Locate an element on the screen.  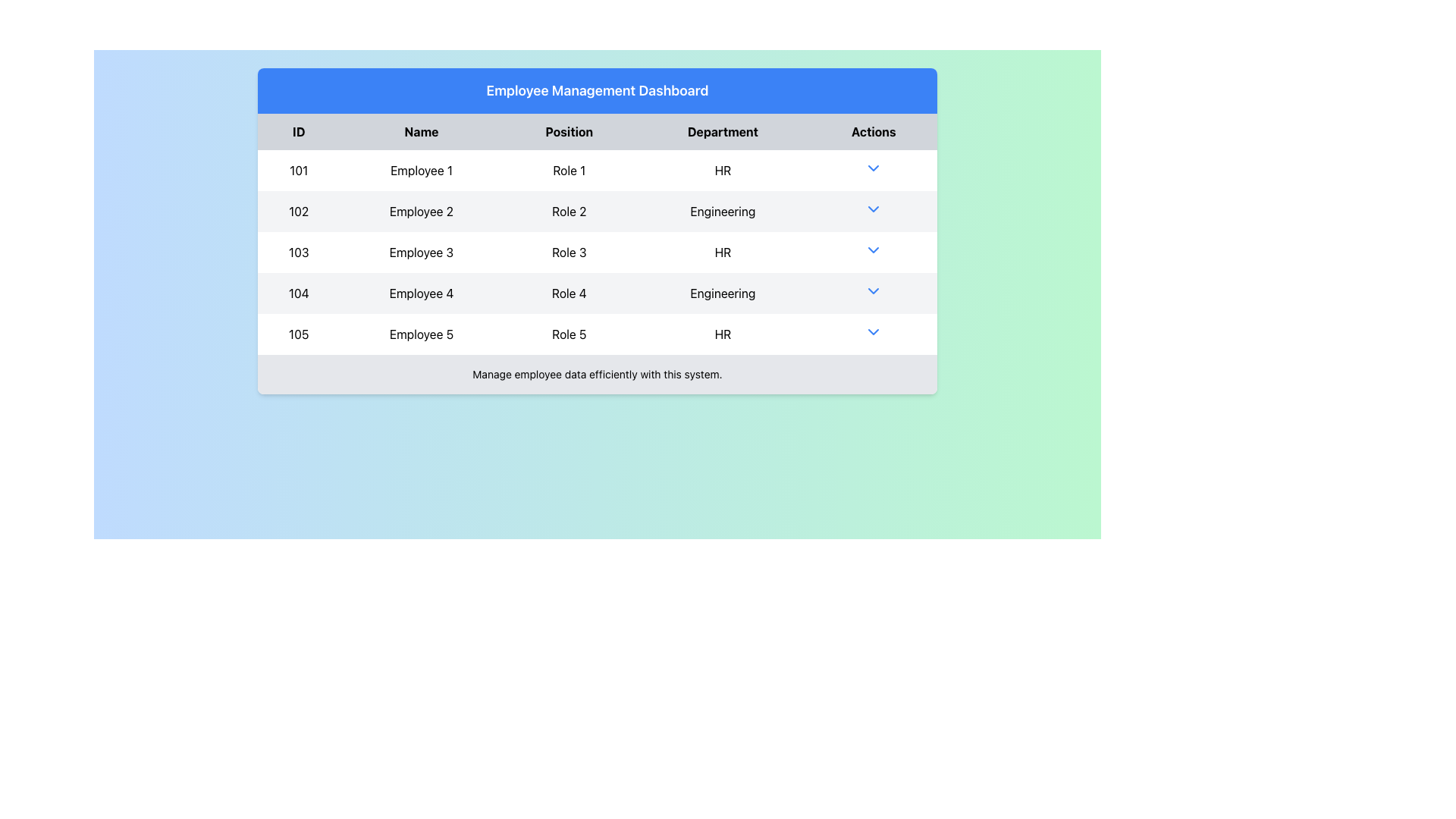
Text label displaying the unique identifier in the first column of the fourth row under the 'ID' header is located at coordinates (299, 293).